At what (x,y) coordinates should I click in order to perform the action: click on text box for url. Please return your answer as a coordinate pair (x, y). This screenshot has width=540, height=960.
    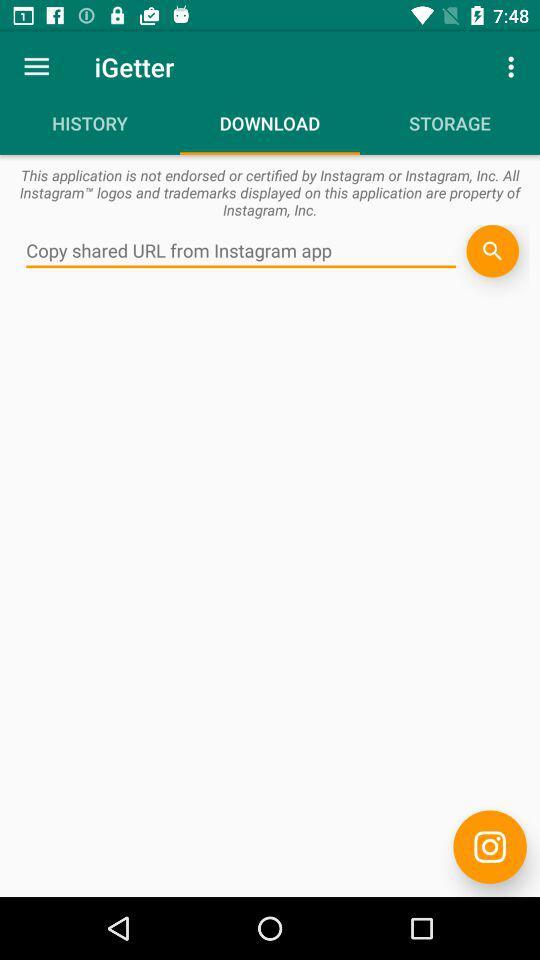
    Looking at the image, I should click on (241, 250).